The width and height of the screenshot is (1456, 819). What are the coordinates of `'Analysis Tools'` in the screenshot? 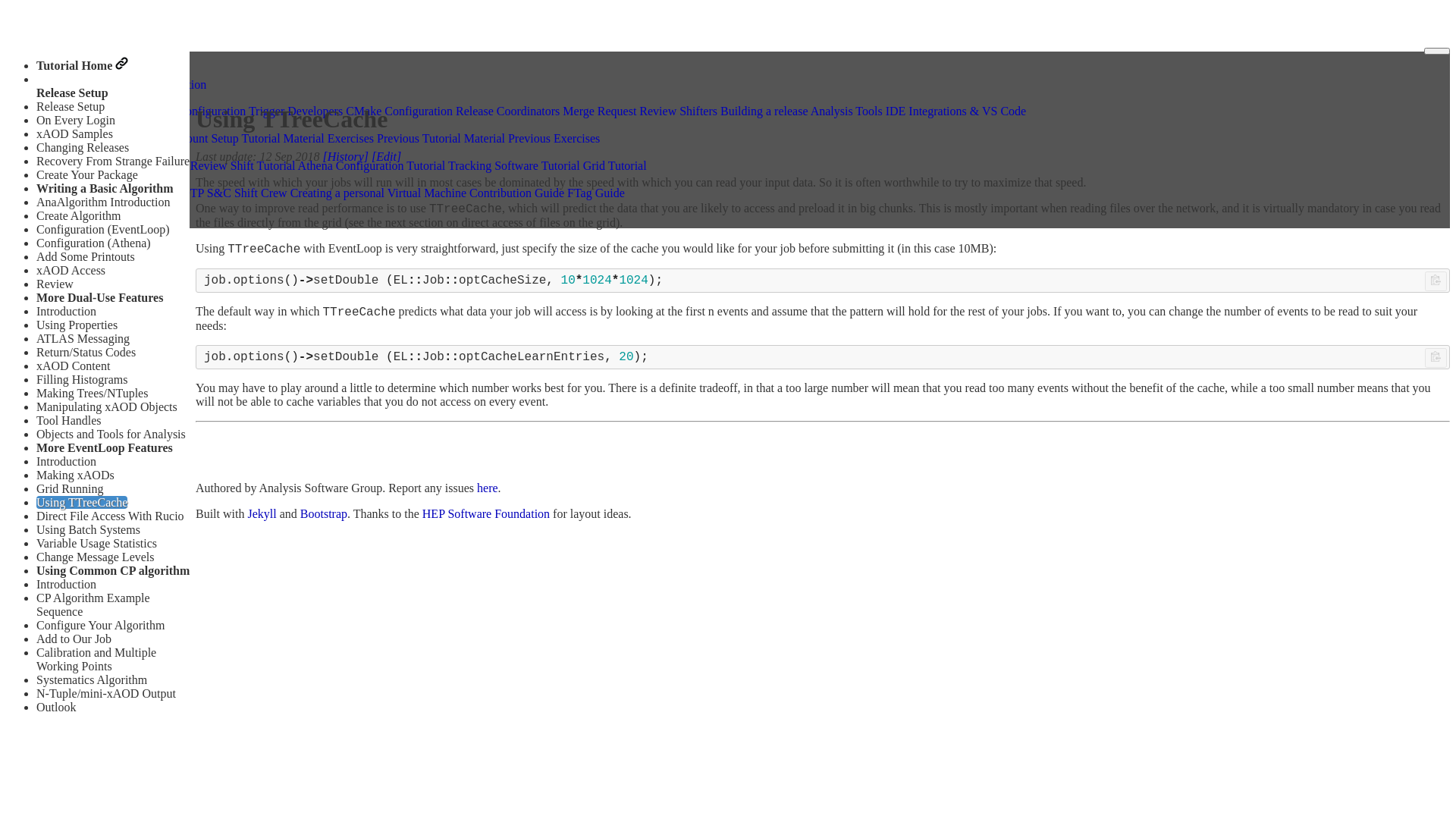 It's located at (846, 110).